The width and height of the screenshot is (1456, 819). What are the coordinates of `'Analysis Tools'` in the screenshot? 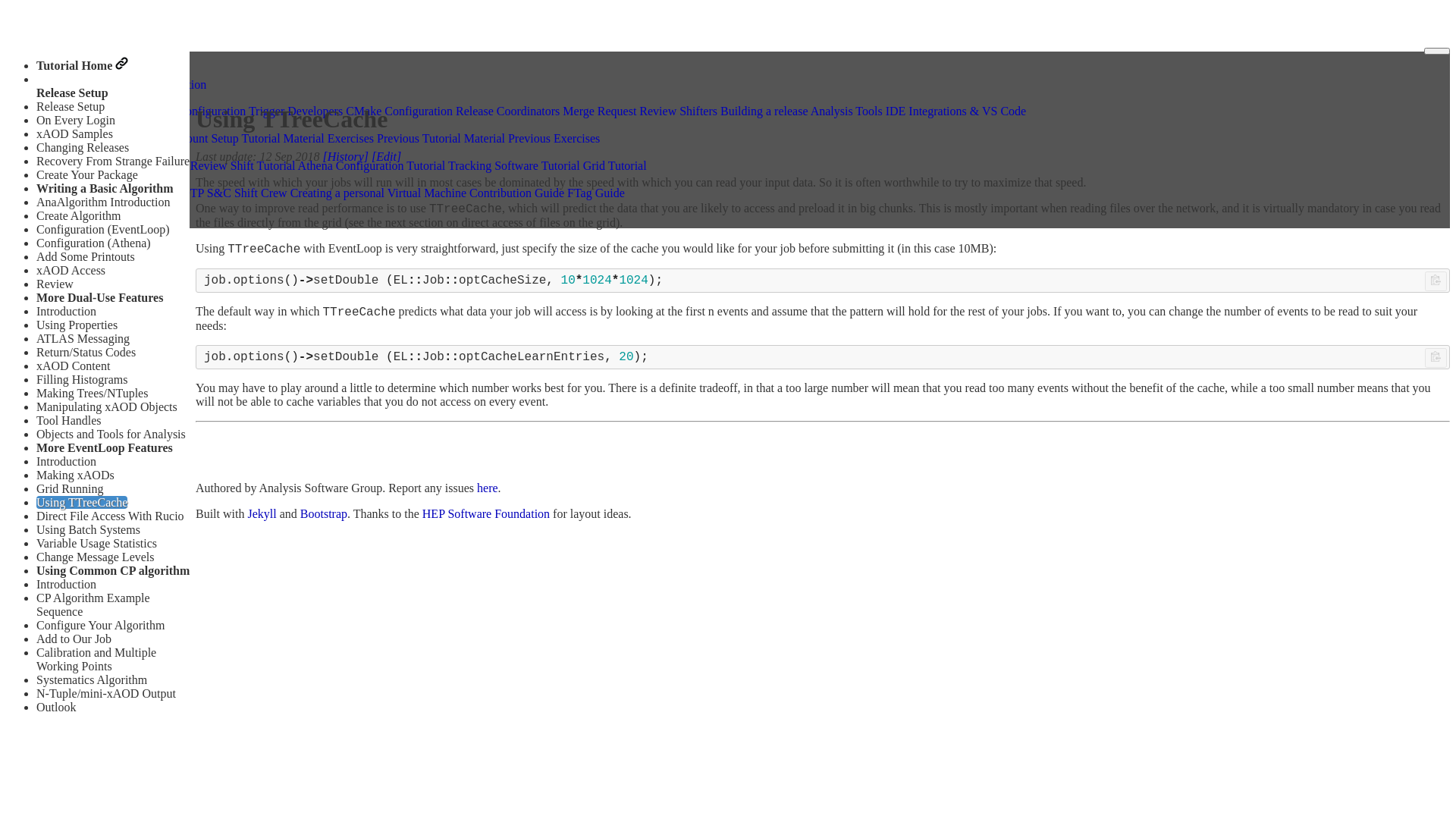 It's located at (846, 110).